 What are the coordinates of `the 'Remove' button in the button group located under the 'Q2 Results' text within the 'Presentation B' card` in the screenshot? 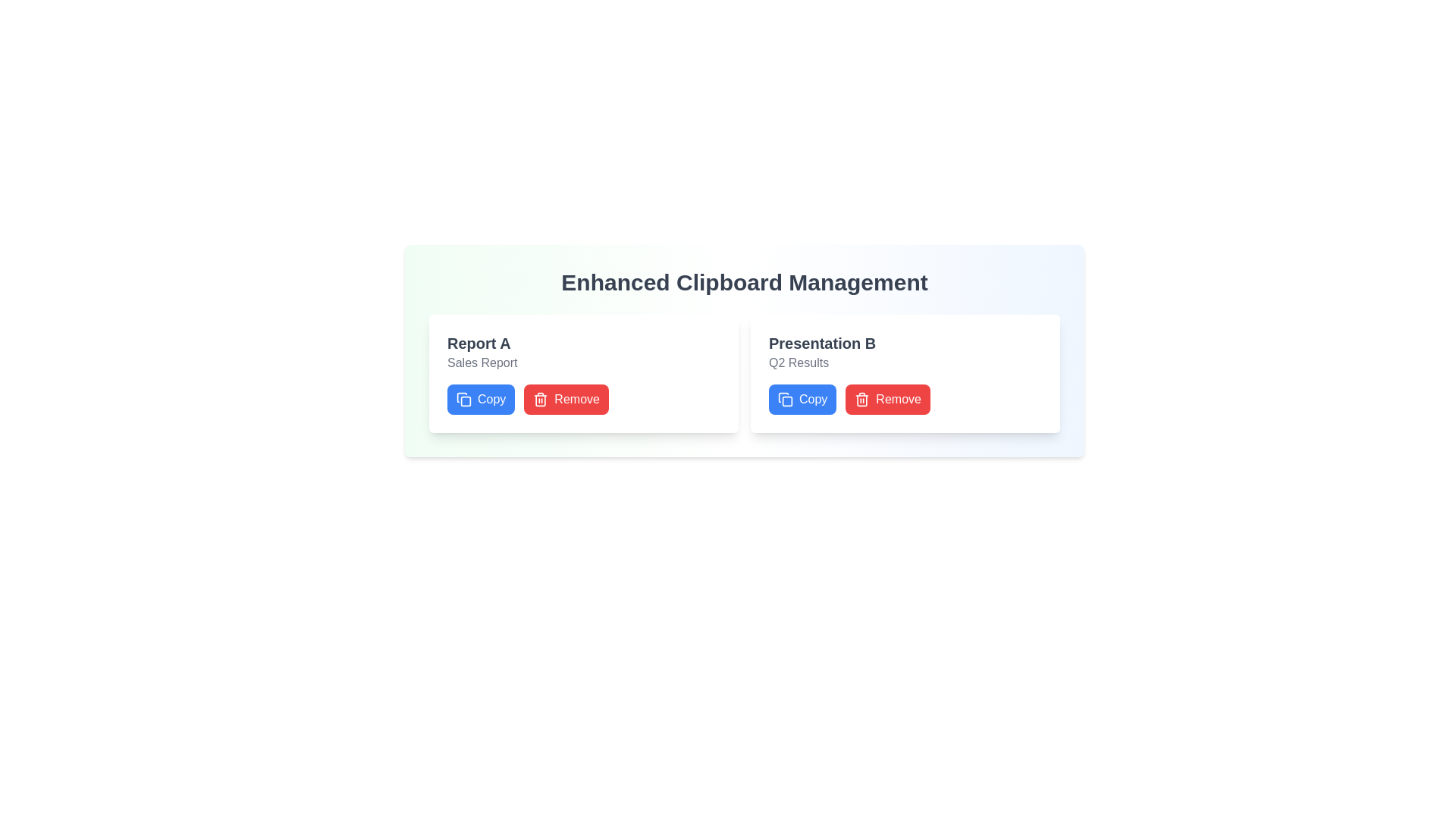 It's located at (849, 399).